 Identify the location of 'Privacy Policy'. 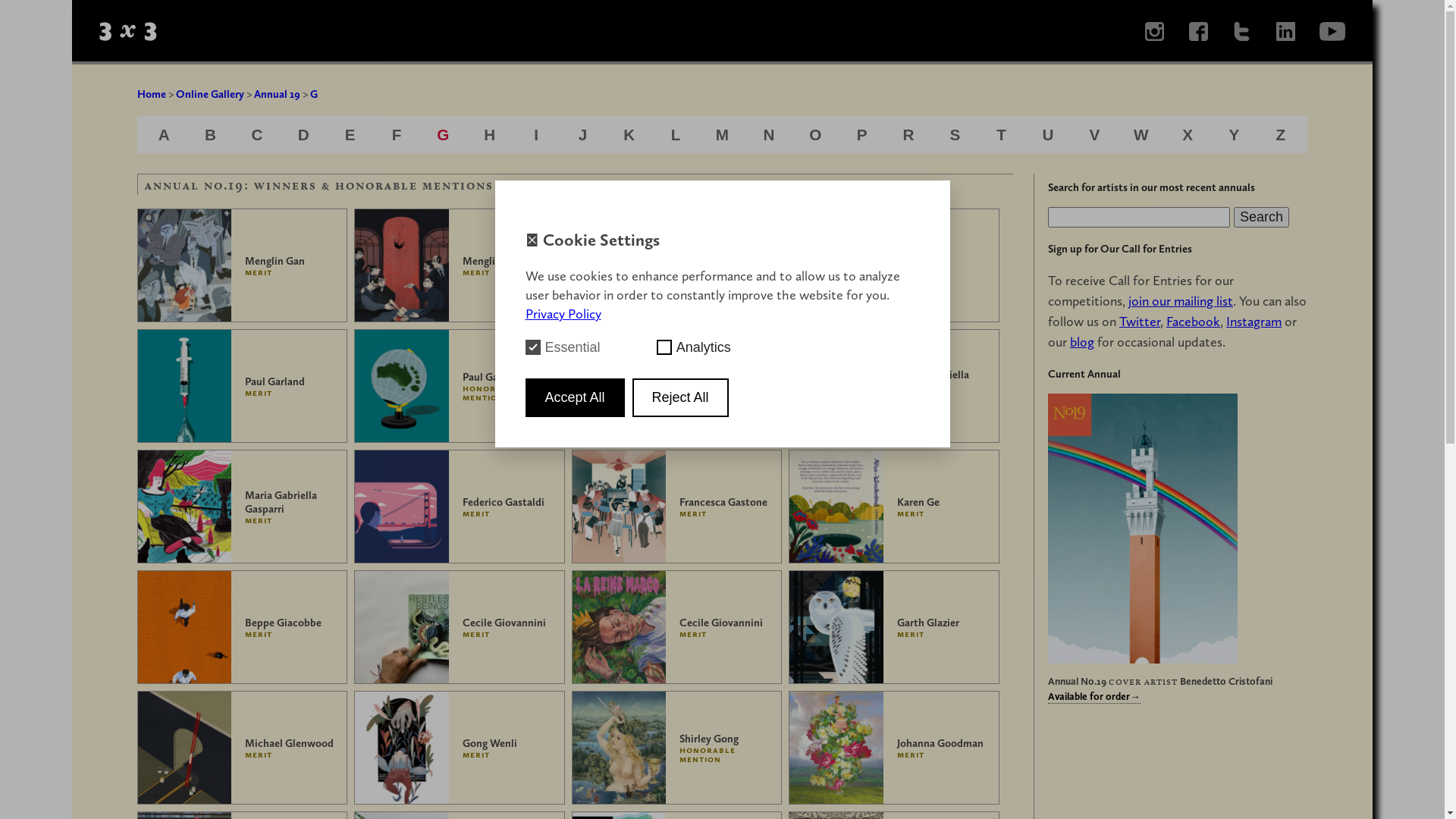
(562, 312).